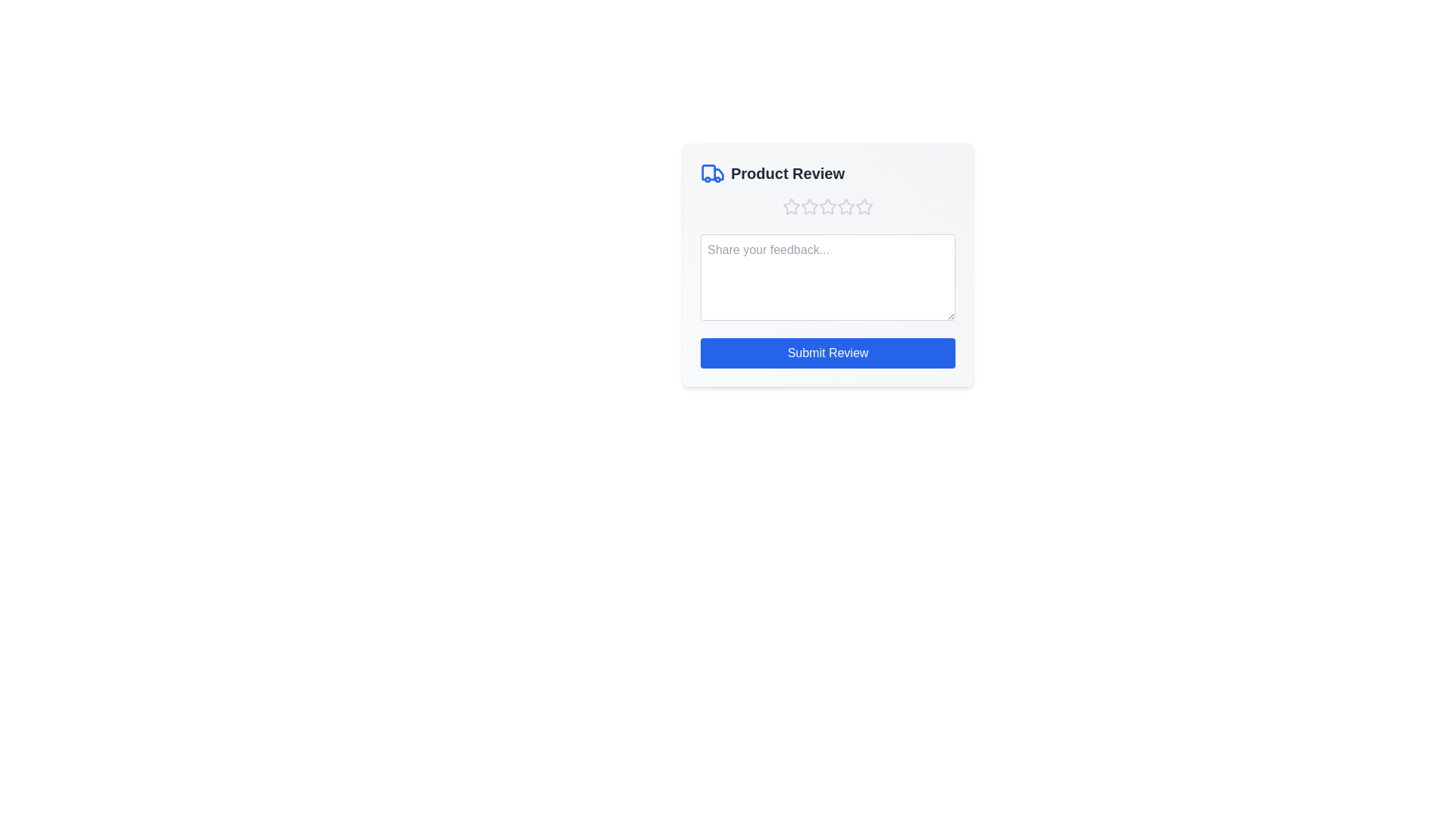  I want to click on the 'Submit Review' button to submit the review, so click(827, 353).